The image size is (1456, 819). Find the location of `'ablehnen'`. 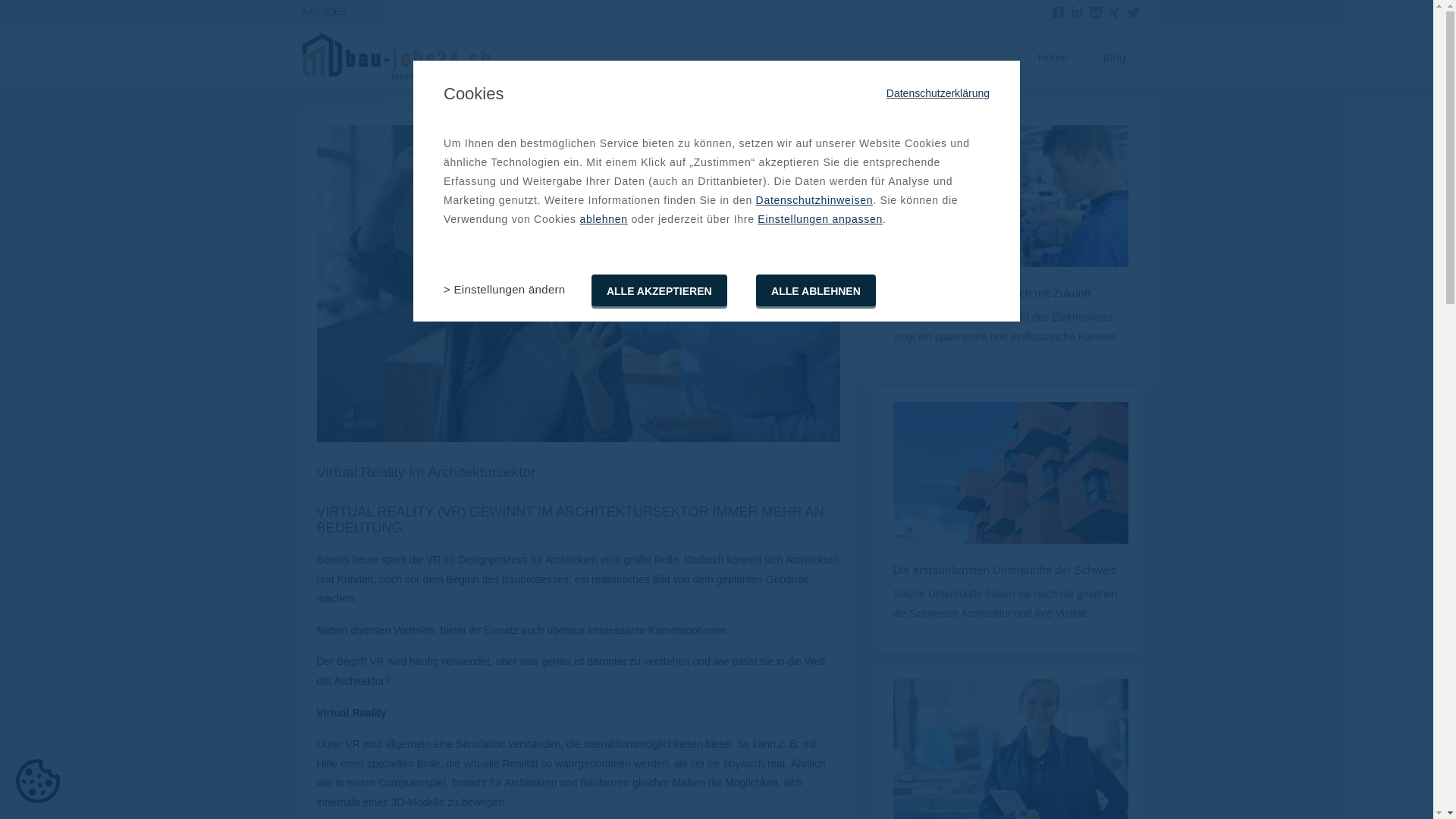

'ablehnen' is located at coordinates (602, 219).